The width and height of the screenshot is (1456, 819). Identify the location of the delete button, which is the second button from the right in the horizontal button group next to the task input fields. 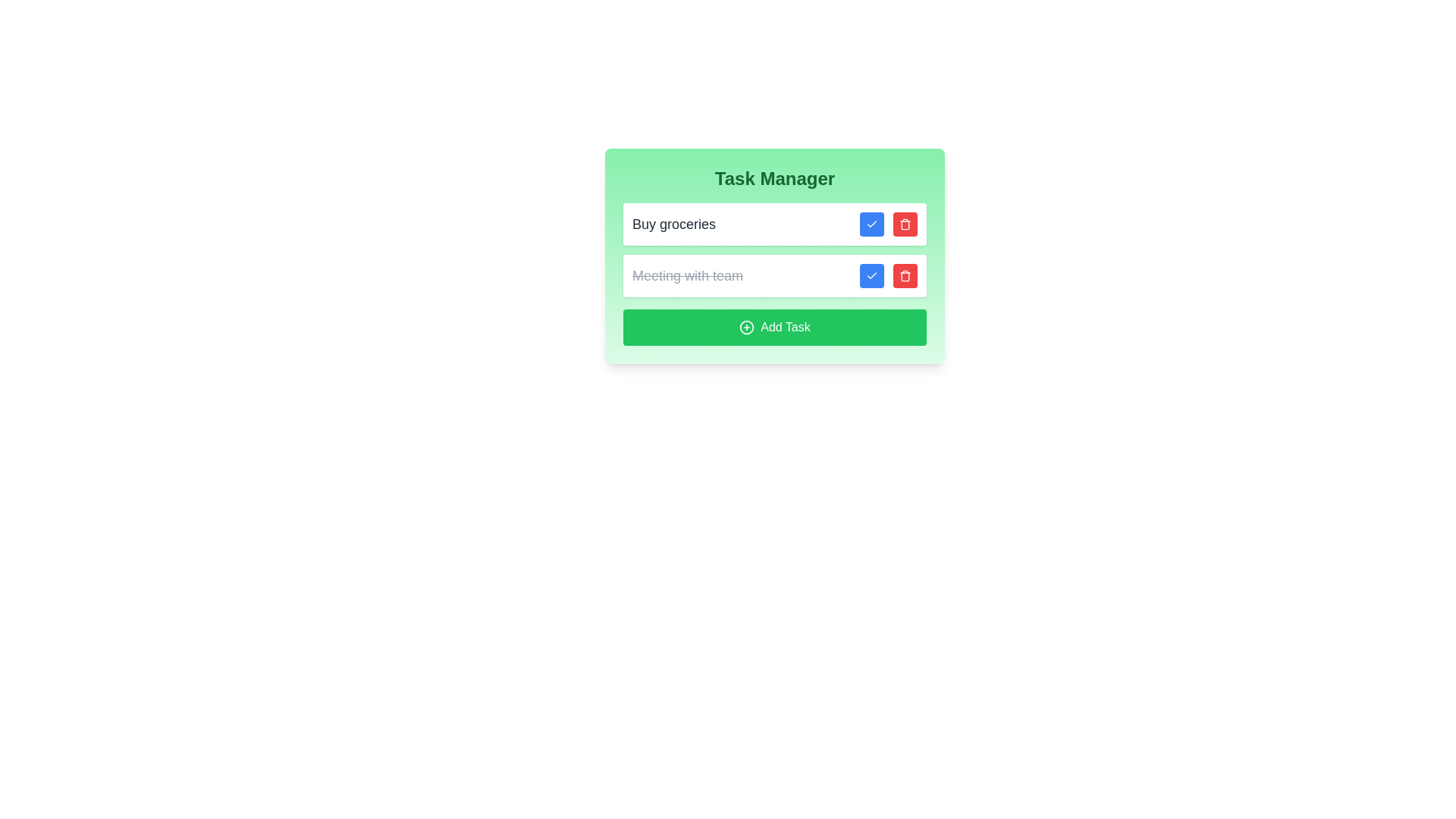
(905, 224).